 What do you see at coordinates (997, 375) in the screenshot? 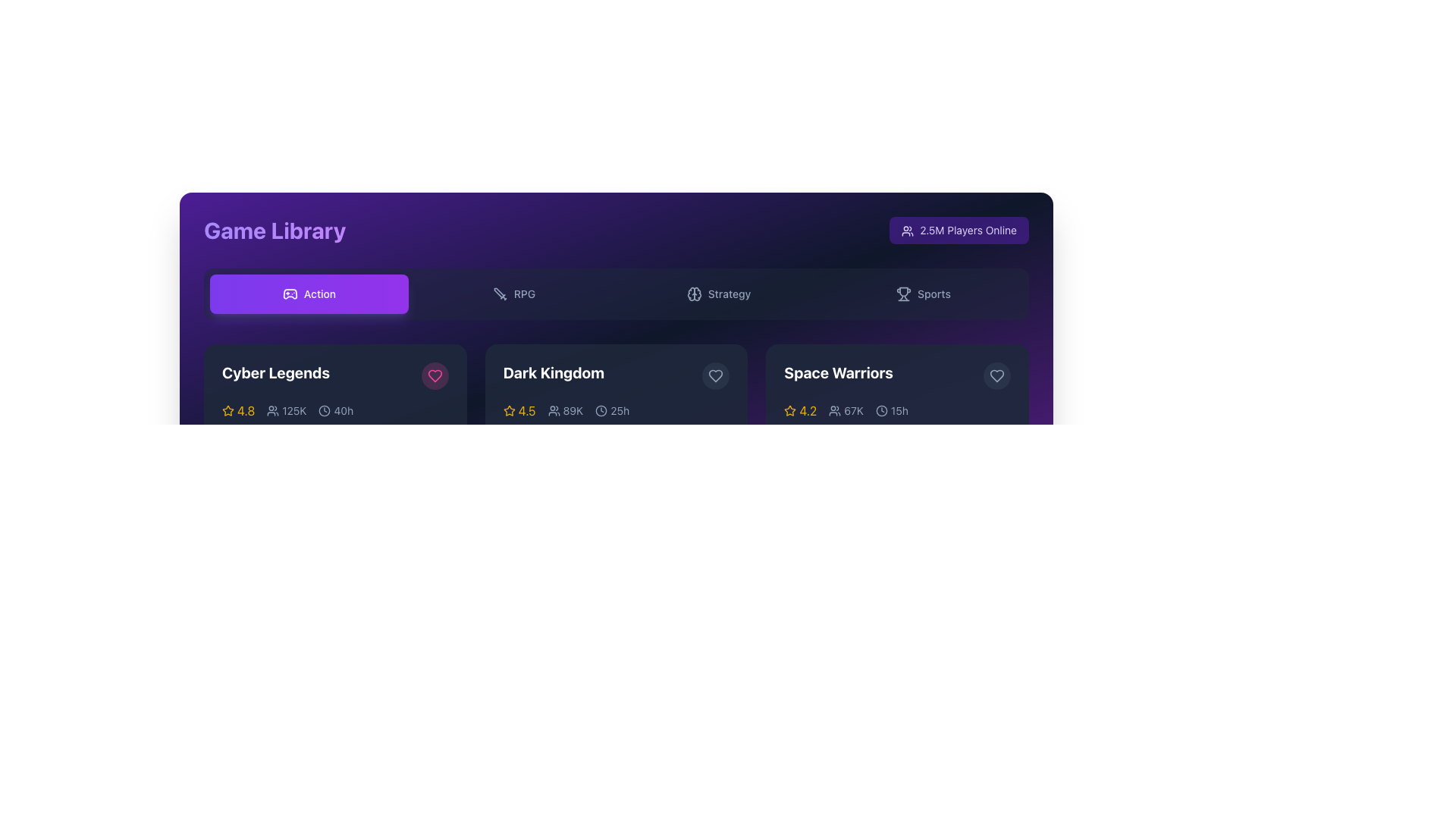
I see `the favorite button located in the top-right corner of the 'Space Warriors' game's card to favorite the item` at bounding box center [997, 375].